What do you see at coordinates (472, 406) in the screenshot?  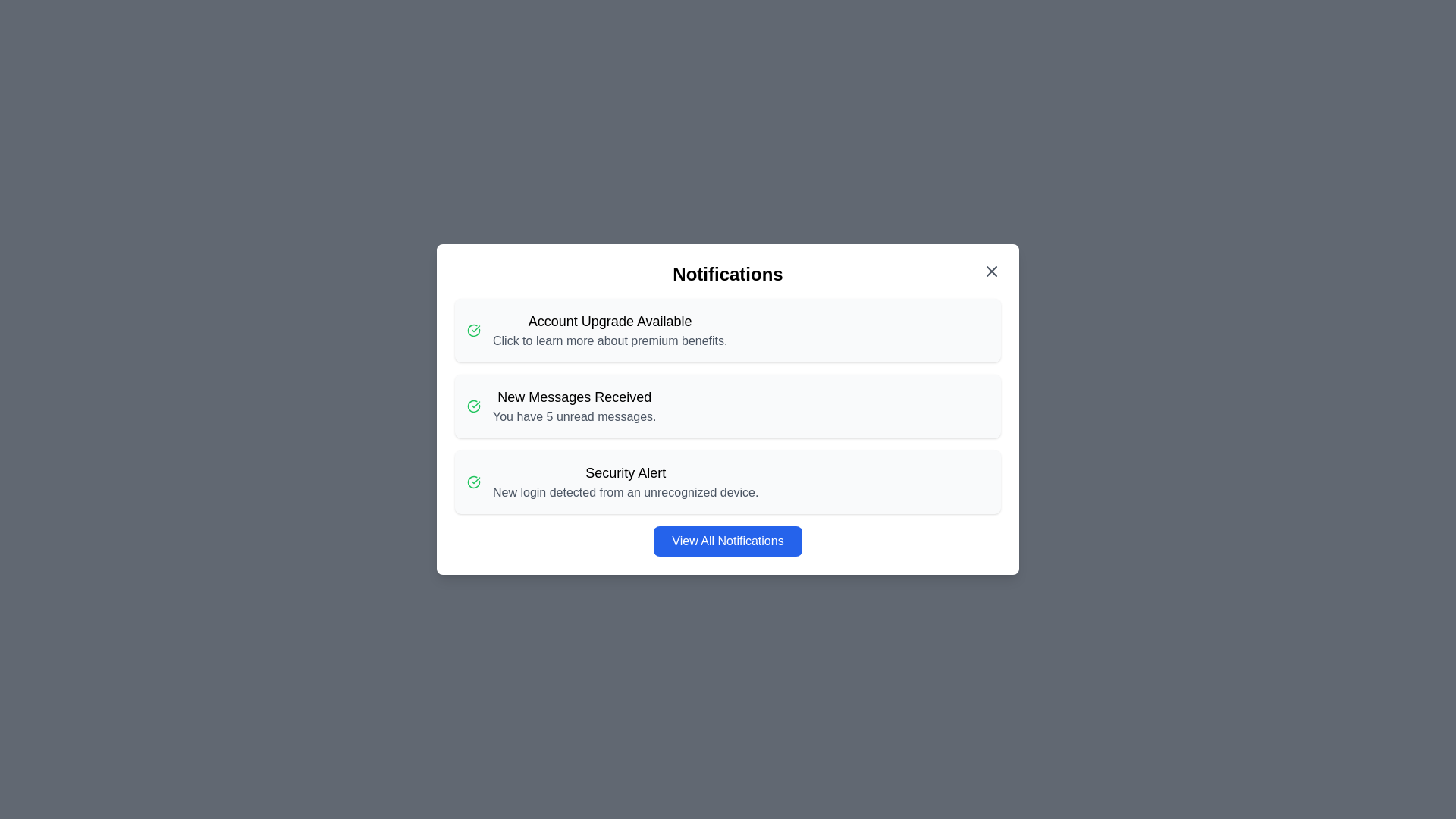 I see `the status indicator icon for the 'New Messages Received' notification to mark it as resolved or acknowledged` at bounding box center [472, 406].